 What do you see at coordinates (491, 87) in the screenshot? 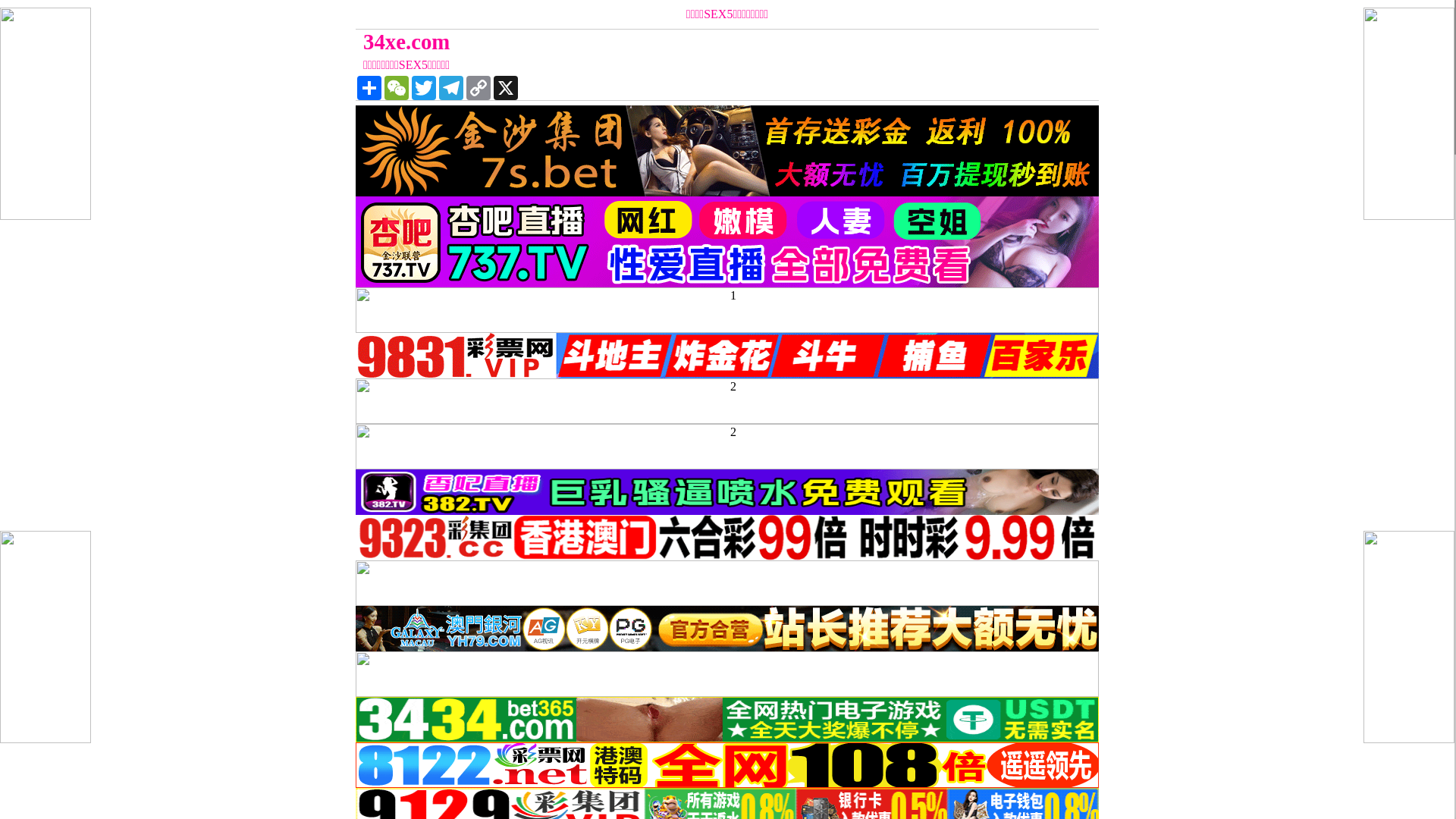
I see `'X'` at bounding box center [491, 87].